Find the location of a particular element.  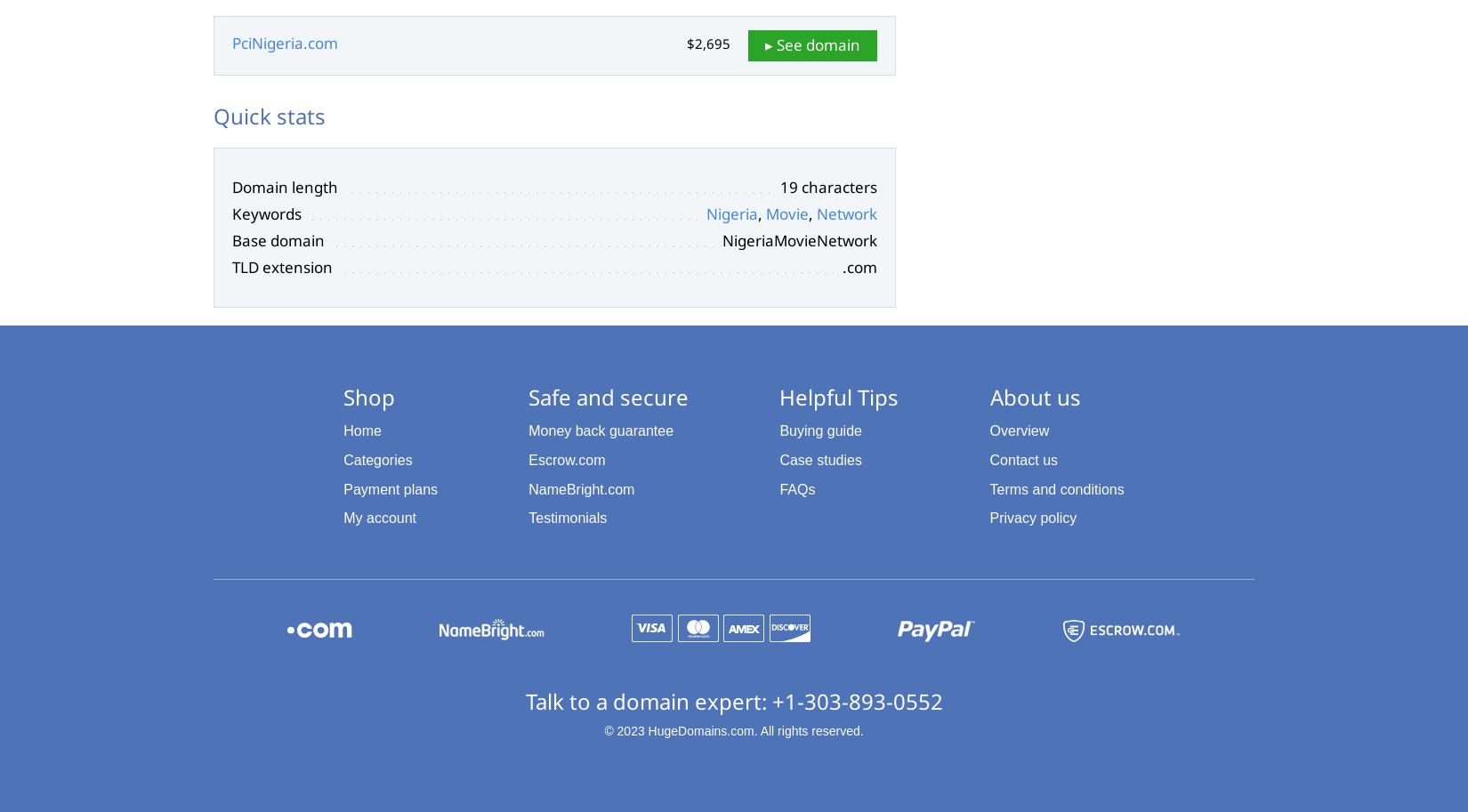

'Network' is located at coordinates (847, 213).